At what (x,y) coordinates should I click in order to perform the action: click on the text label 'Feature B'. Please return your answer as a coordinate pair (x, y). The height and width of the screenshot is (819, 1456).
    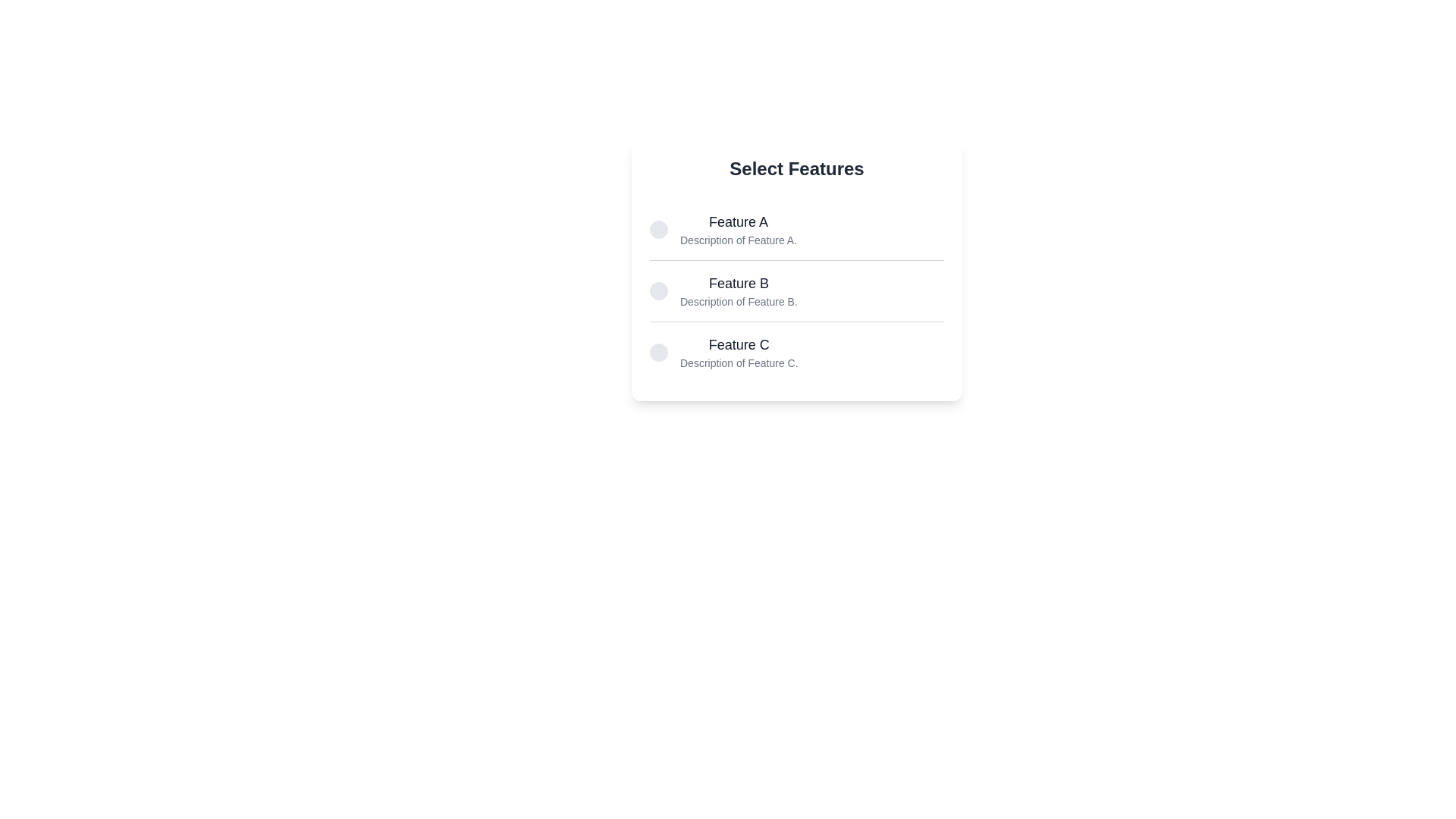
    Looking at the image, I should click on (739, 284).